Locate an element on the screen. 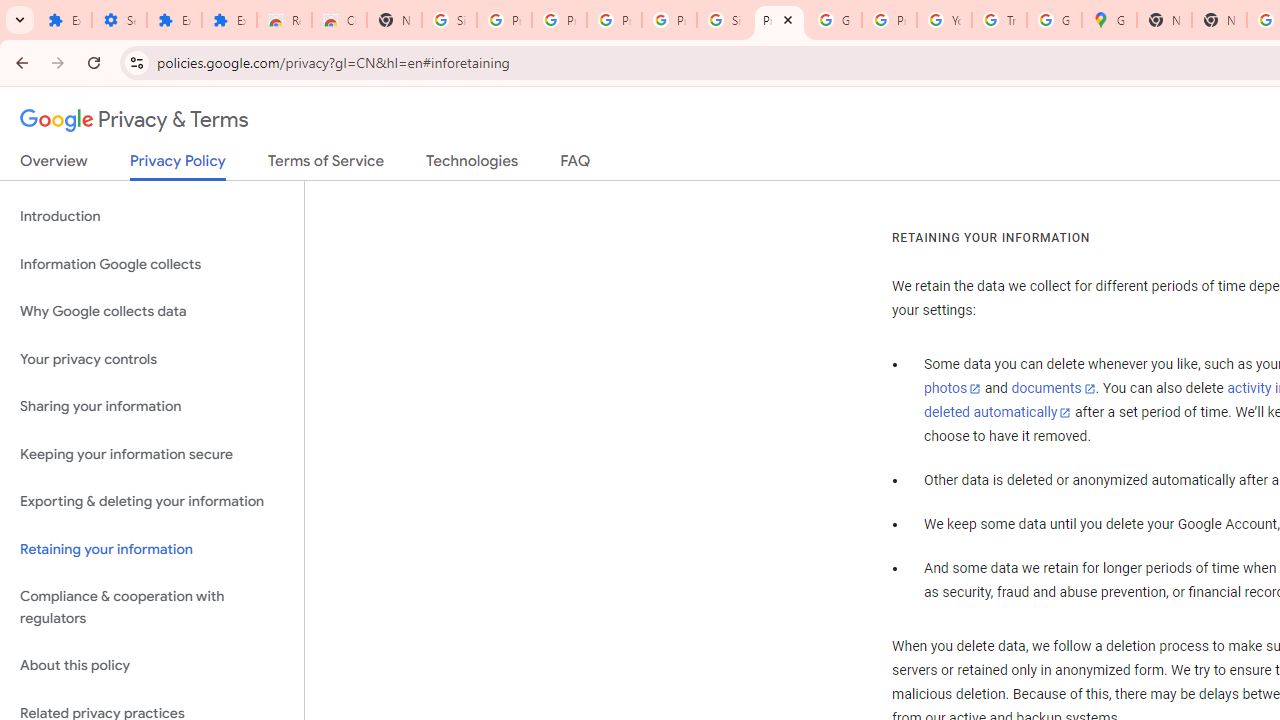  'Extensions' is located at coordinates (174, 20).